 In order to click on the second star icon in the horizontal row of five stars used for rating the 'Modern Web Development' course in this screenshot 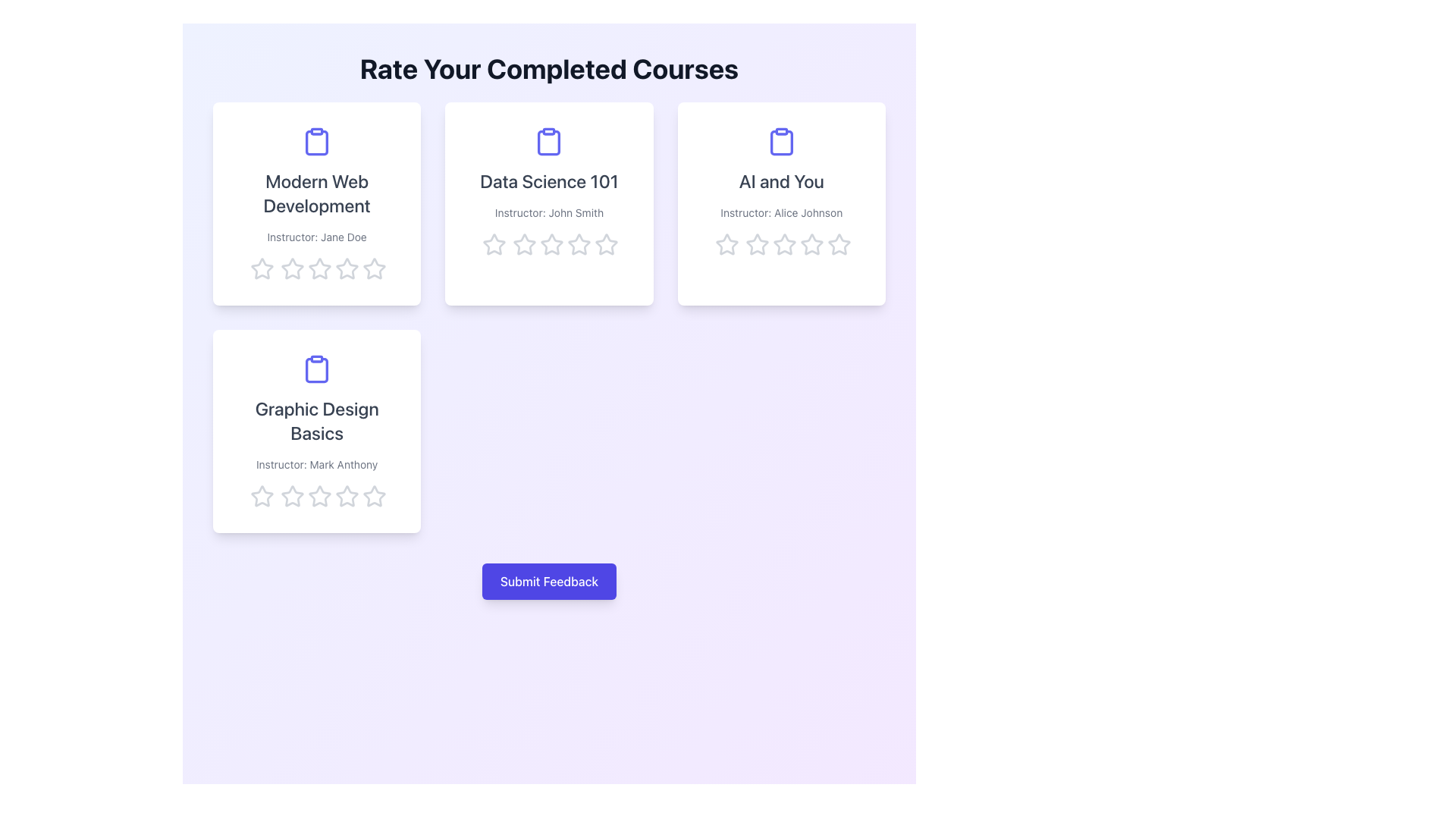, I will do `click(319, 268)`.